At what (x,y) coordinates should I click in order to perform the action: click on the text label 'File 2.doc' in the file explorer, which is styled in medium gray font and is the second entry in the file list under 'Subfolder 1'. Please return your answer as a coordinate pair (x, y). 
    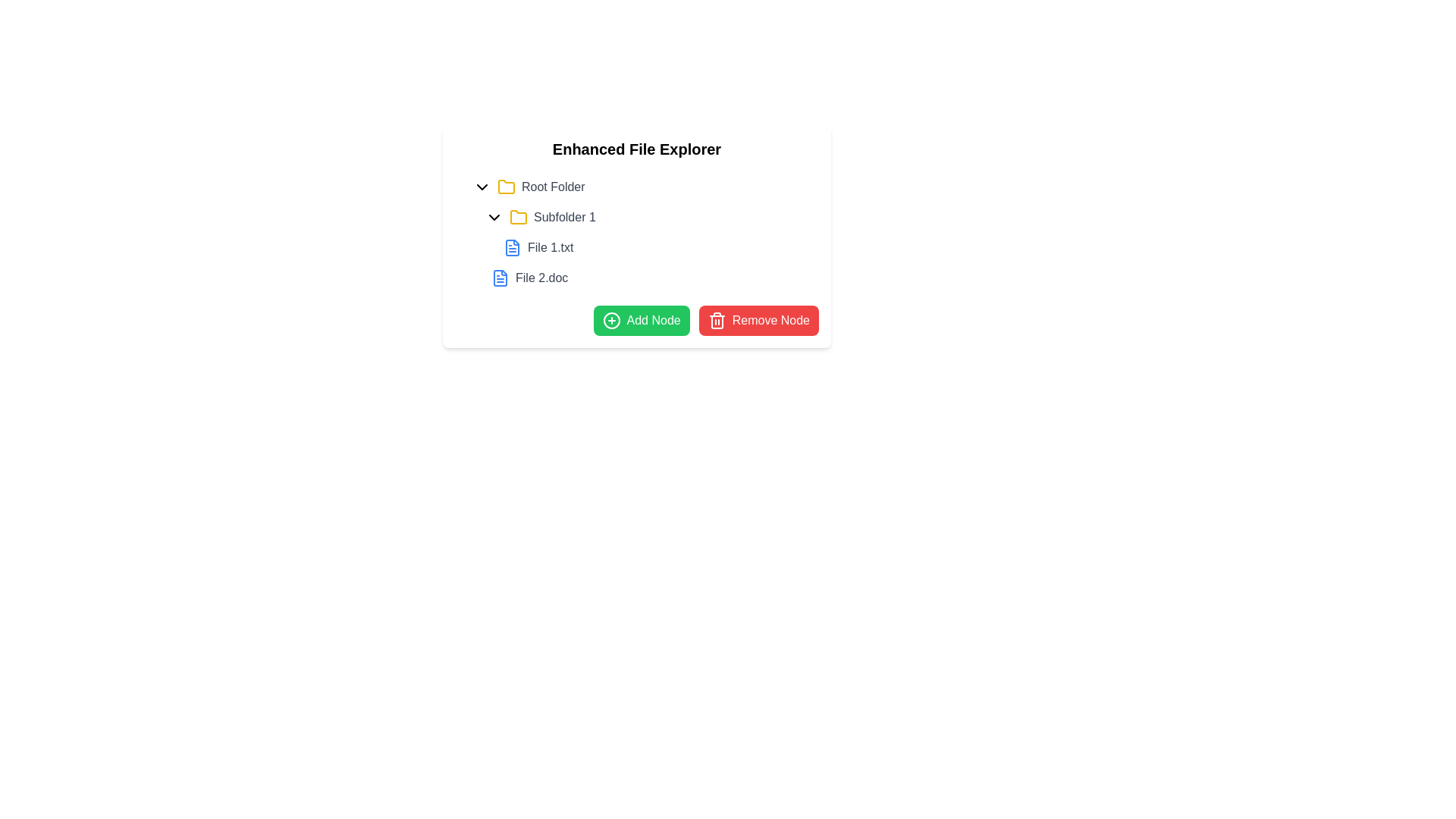
    Looking at the image, I should click on (541, 278).